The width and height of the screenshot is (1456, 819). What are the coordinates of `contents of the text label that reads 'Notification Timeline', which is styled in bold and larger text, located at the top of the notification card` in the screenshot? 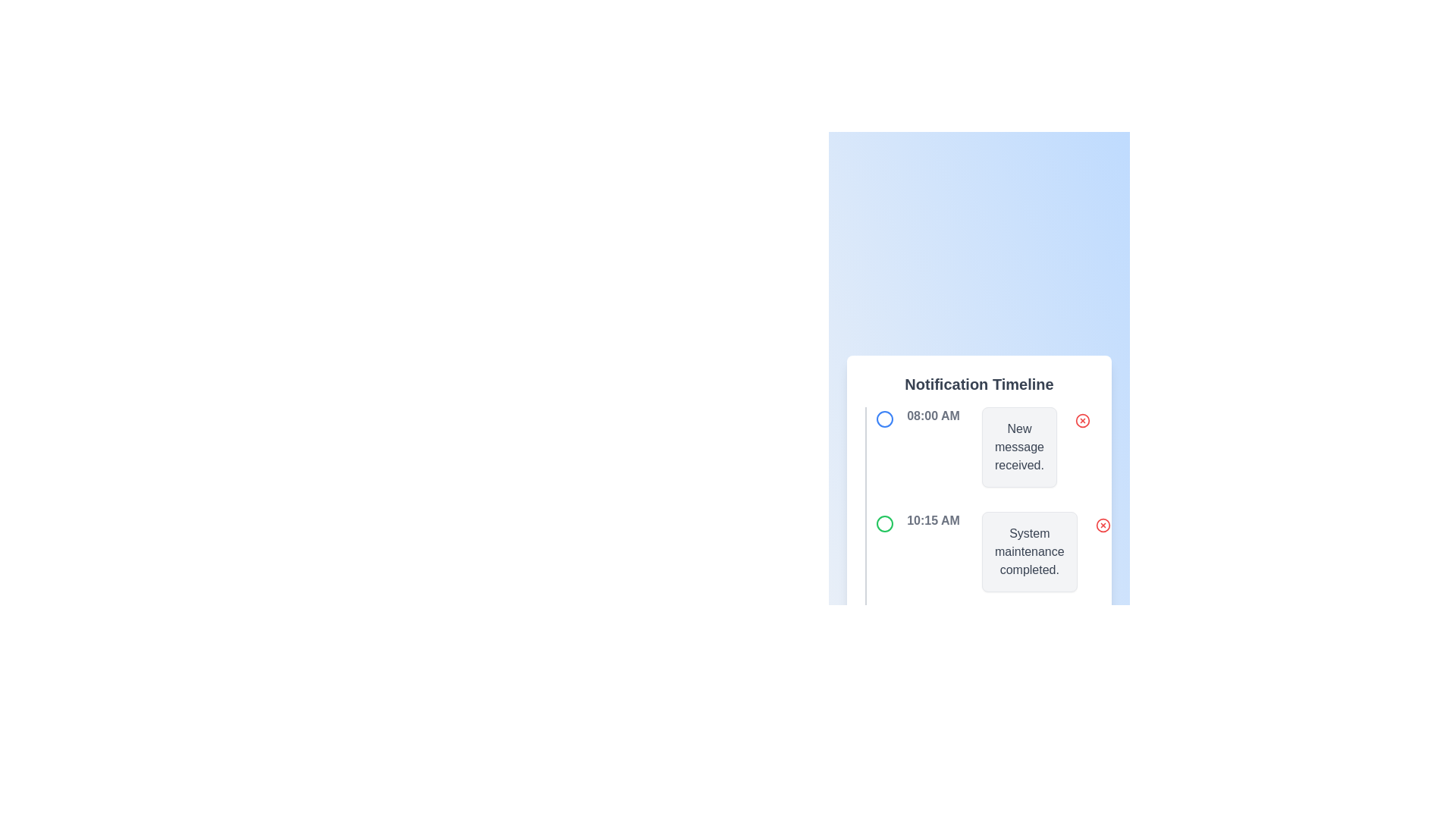 It's located at (979, 383).